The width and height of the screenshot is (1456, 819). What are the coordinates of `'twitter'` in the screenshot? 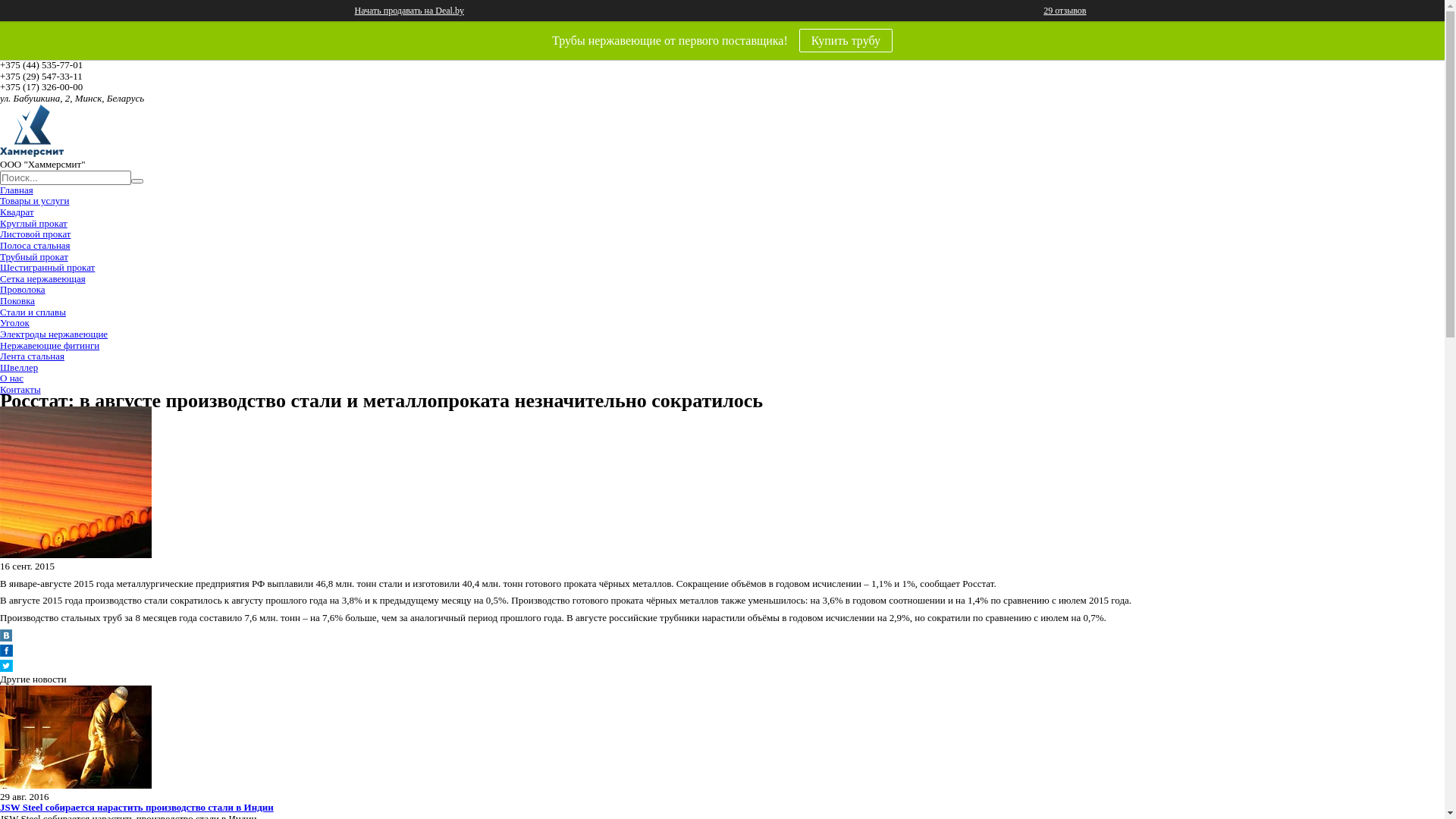 It's located at (6, 667).